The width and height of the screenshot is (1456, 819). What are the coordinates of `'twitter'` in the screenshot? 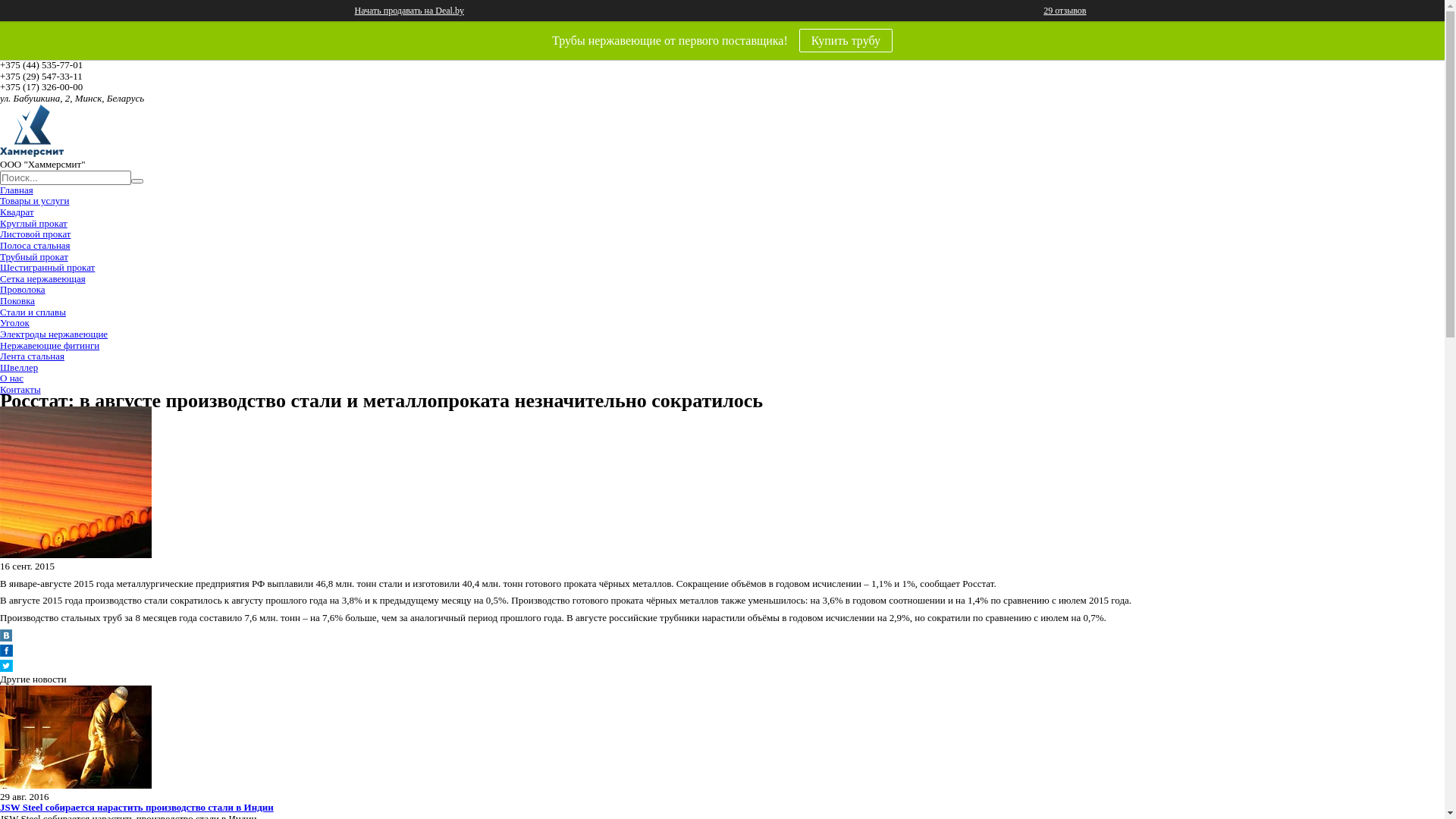 It's located at (6, 667).